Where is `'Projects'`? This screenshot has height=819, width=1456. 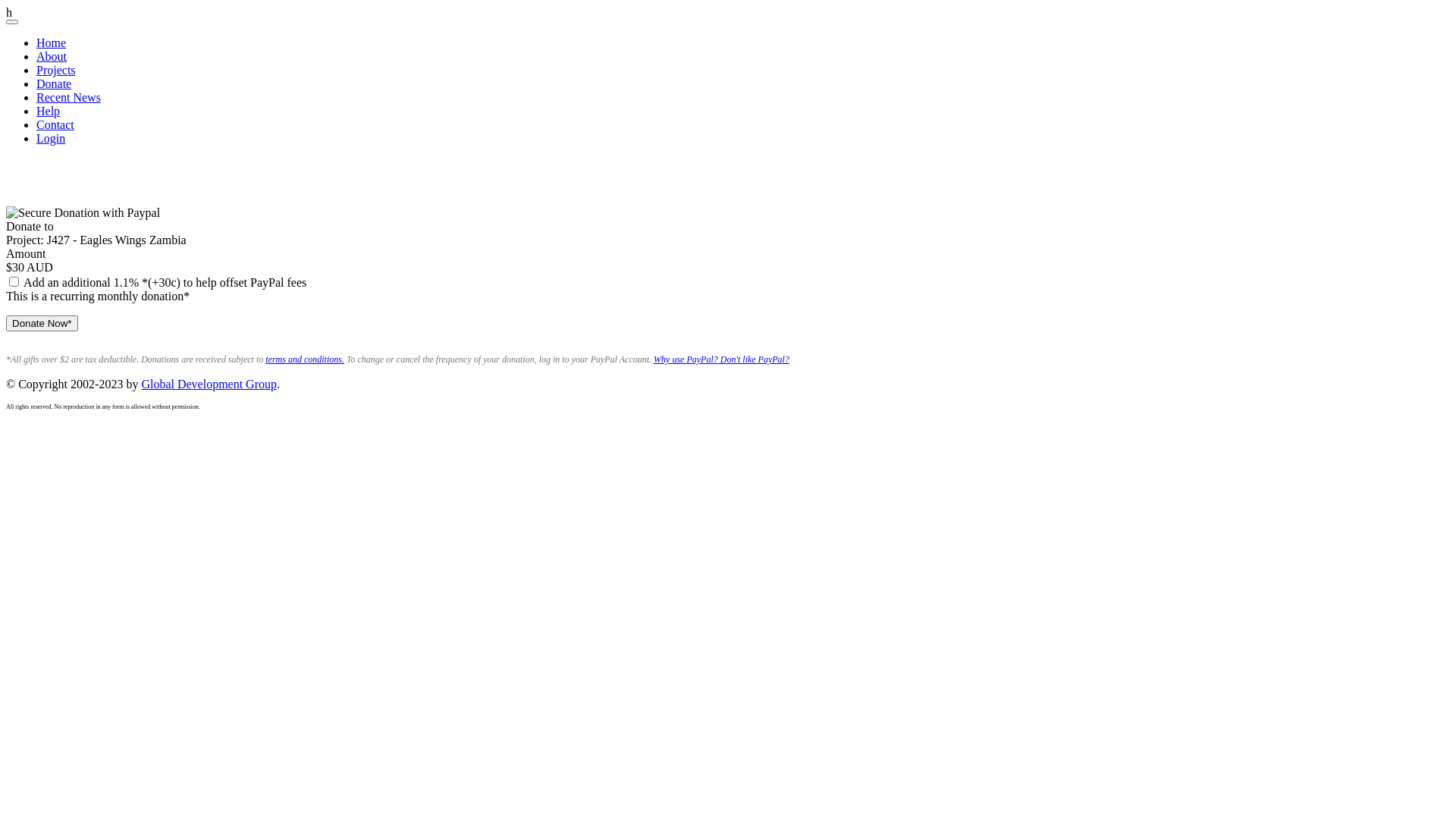
'Projects' is located at coordinates (55, 70).